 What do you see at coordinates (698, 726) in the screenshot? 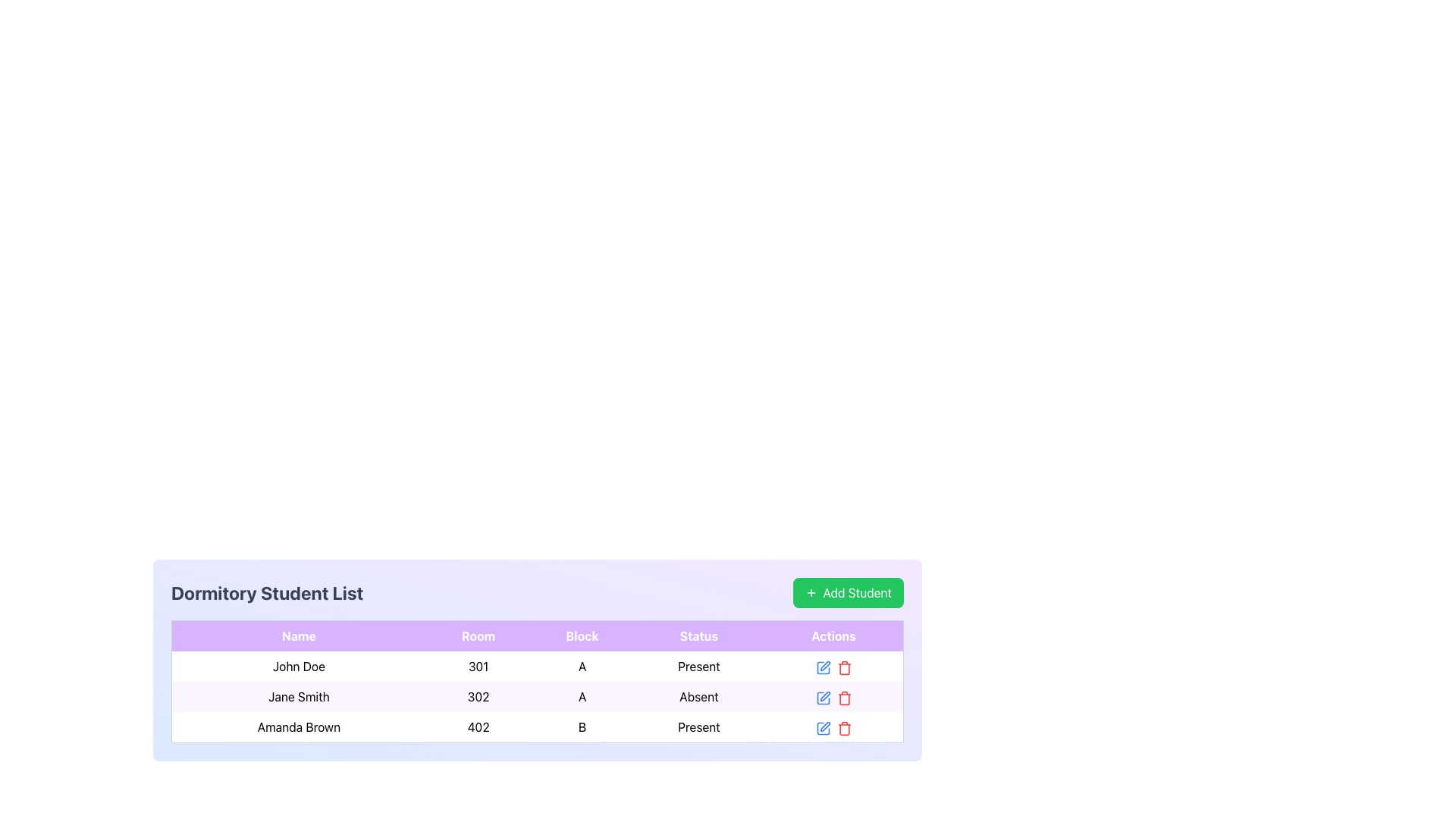
I see `the static label indicating the attendance status for Amanda Brown located in the 'Status' column of the dormitory student list table` at bounding box center [698, 726].